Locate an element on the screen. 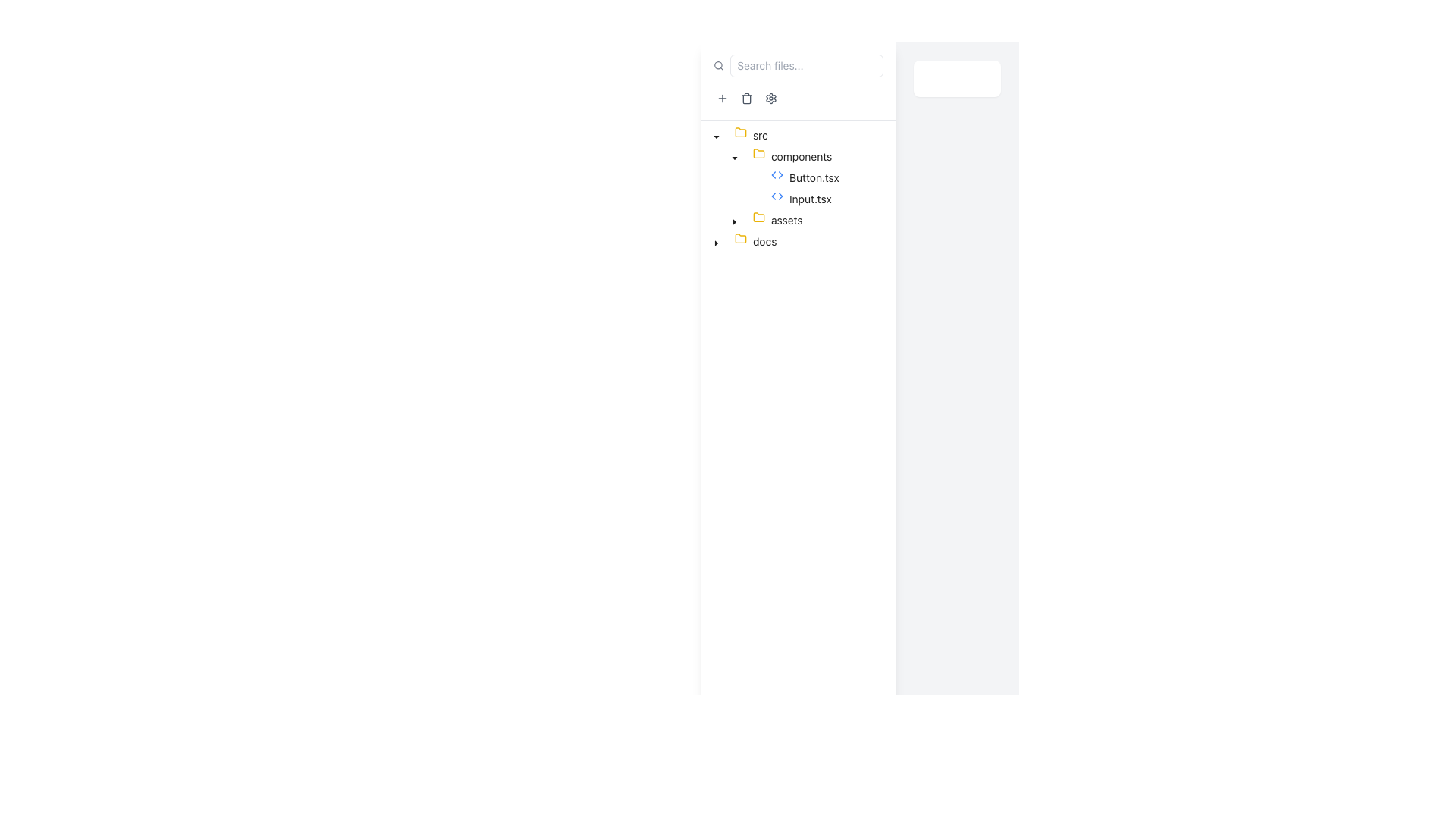  the toggle button is located at coordinates (716, 134).